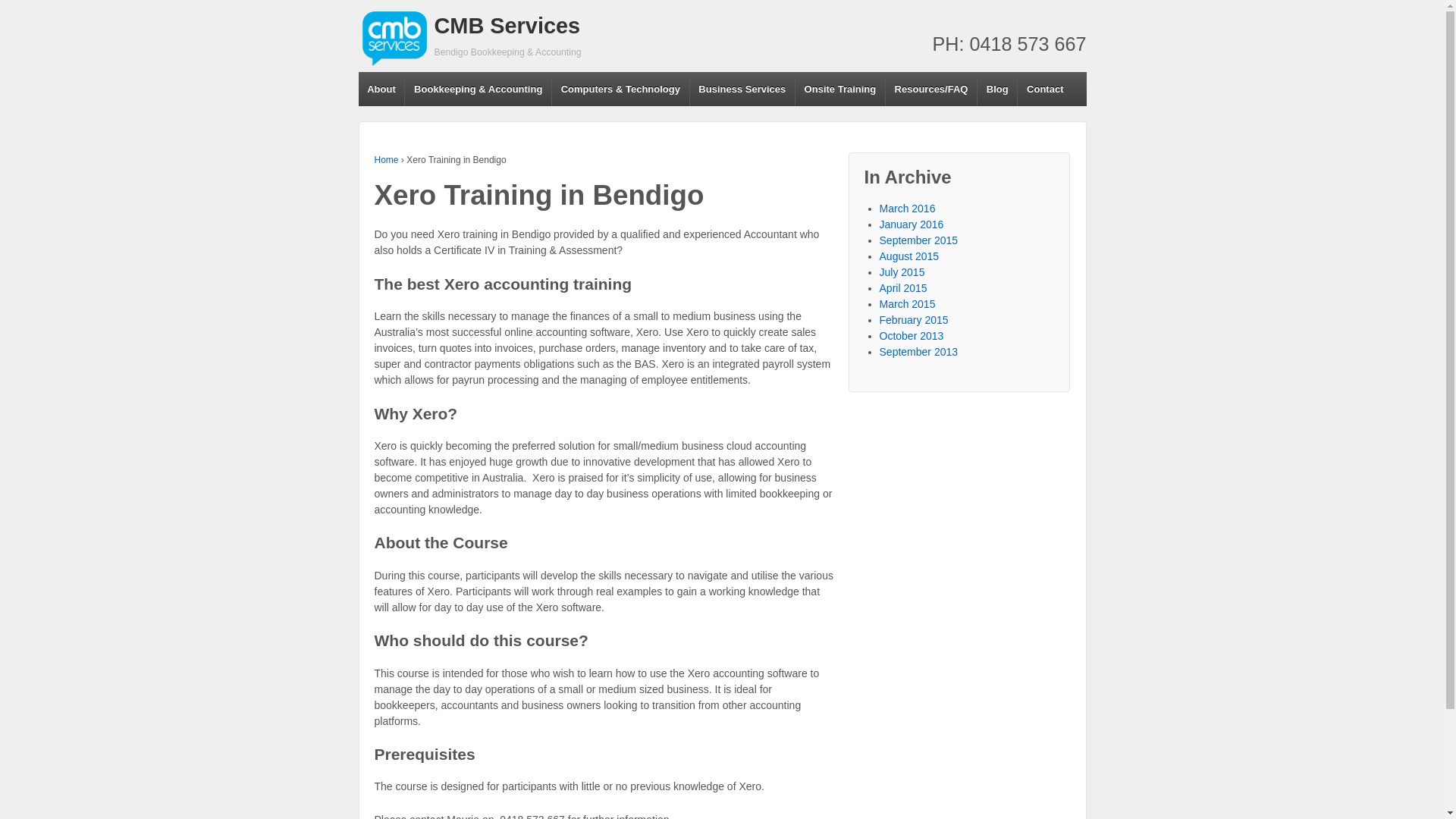  Describe the element at coordinates (907, 304) in the screenshot. I see `'March 2015'` at that location.